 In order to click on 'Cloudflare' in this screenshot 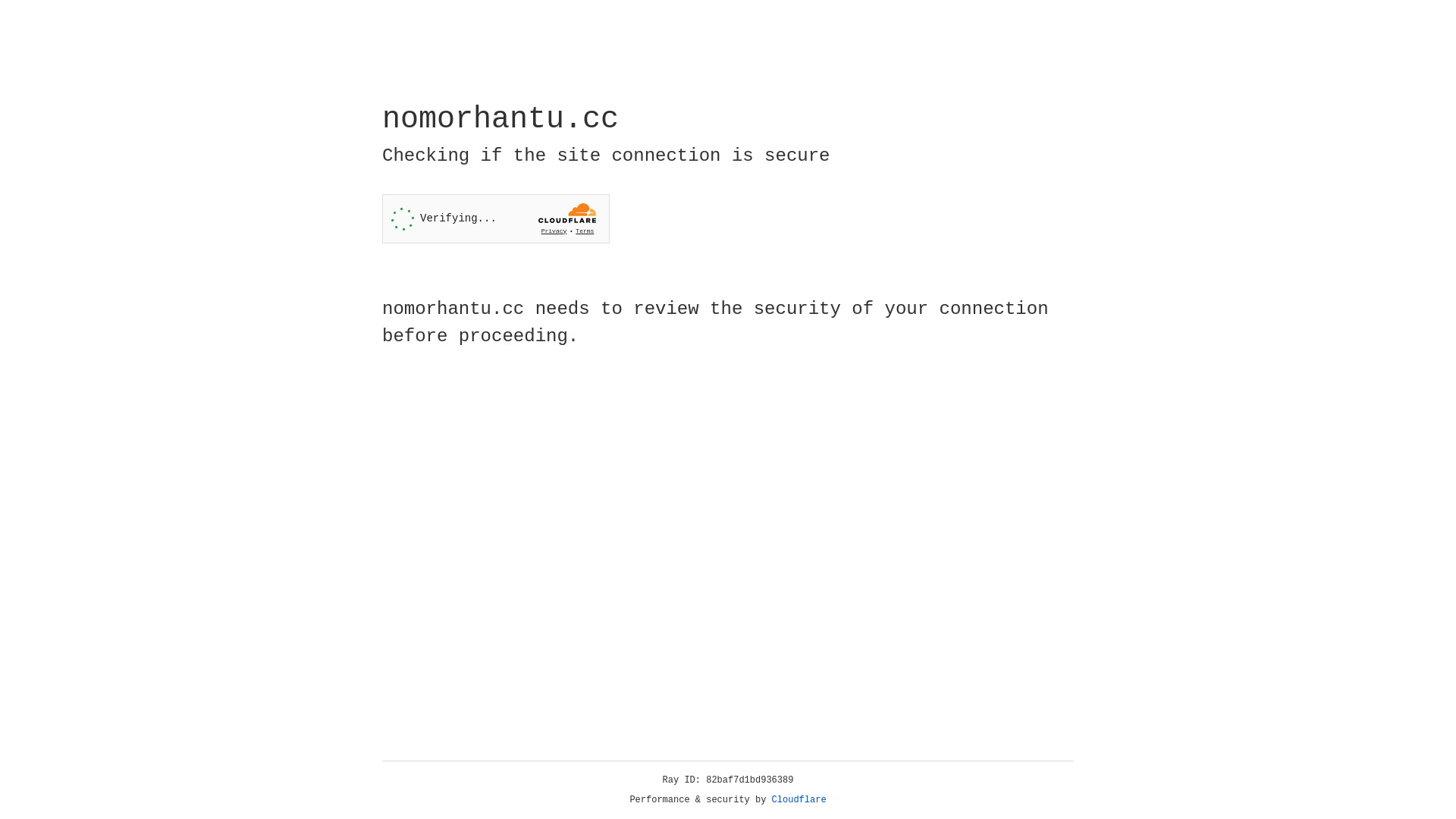, I will do `click(799, 799)`.